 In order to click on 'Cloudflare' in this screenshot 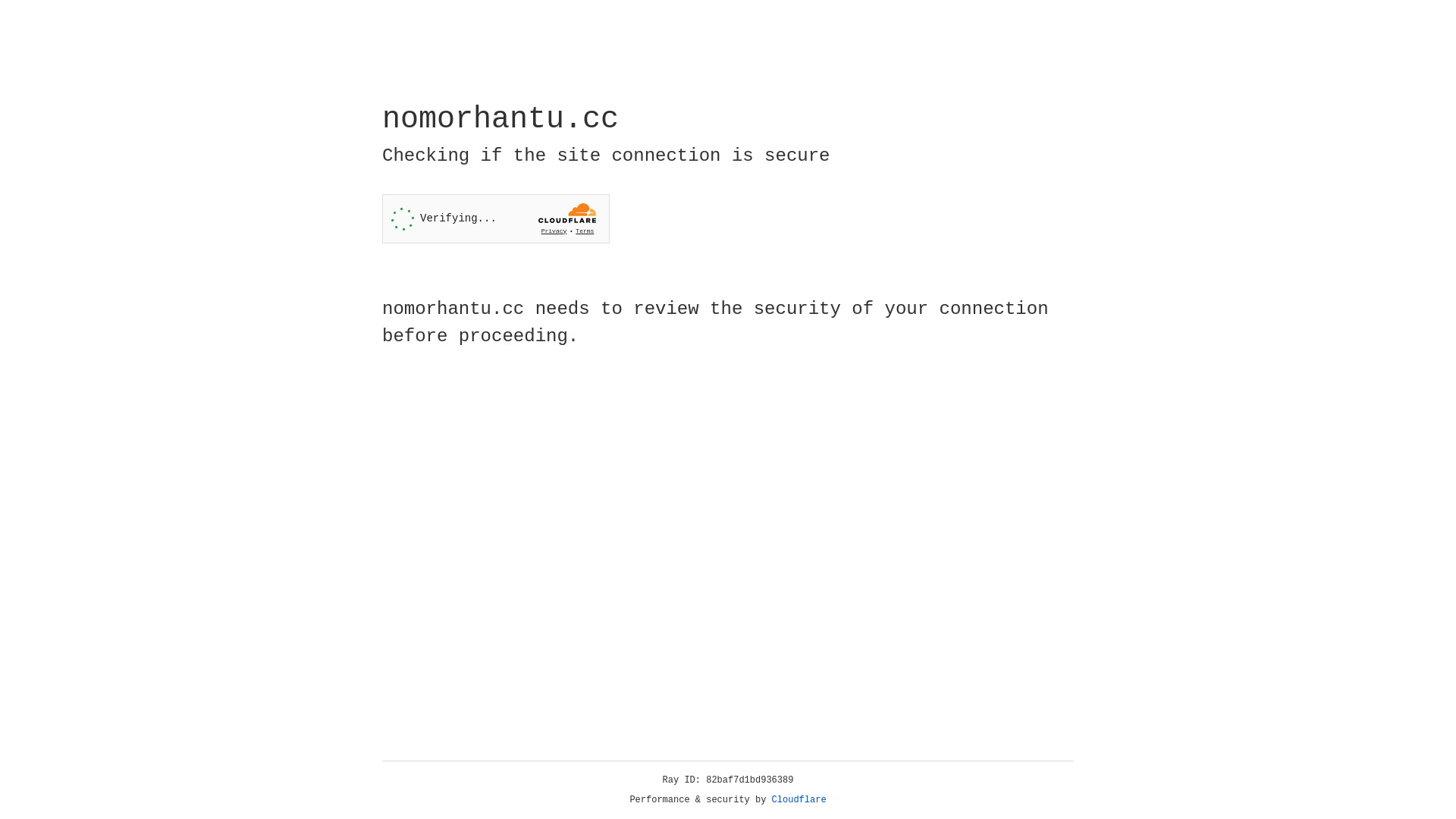, I will do `click(799, 799)`.